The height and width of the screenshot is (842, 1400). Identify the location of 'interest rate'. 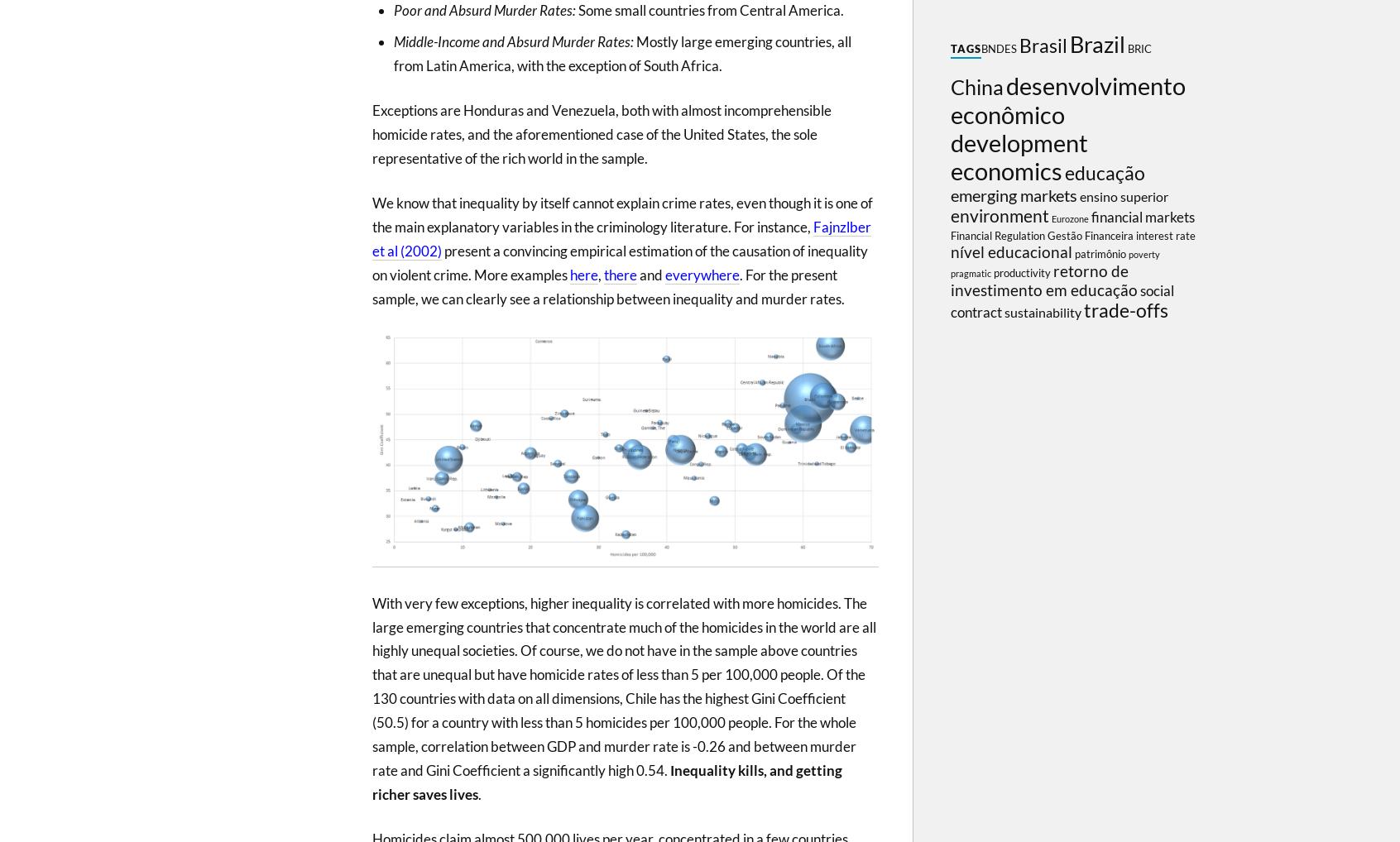
(1165, 236).